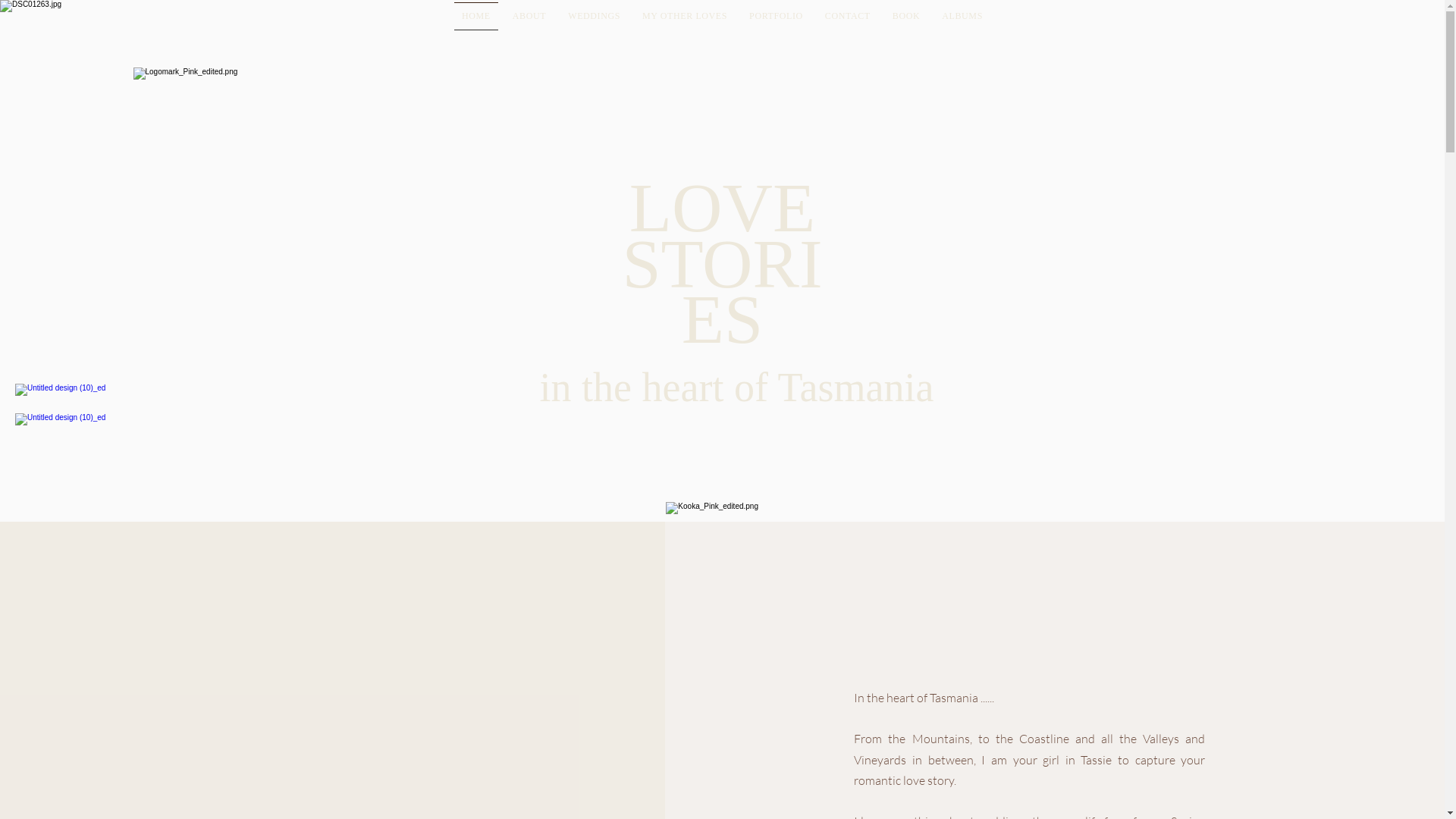  What do you see at coordinates (905, 16) in the screenshot?
I see `'BOOK'` at bounding box center [905, 16].